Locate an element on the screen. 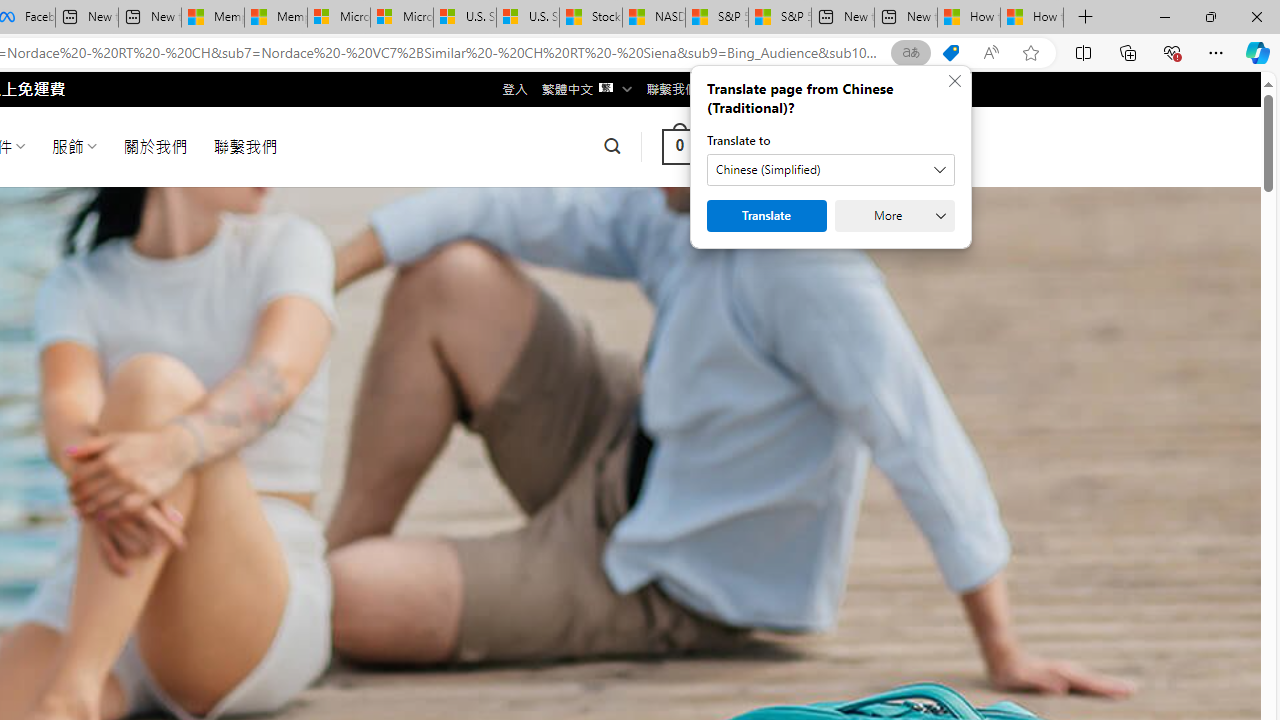 Image resolution: width=1280 pixels, height=720 pixels. 'Translate to' is located at coordinates (830, 168).